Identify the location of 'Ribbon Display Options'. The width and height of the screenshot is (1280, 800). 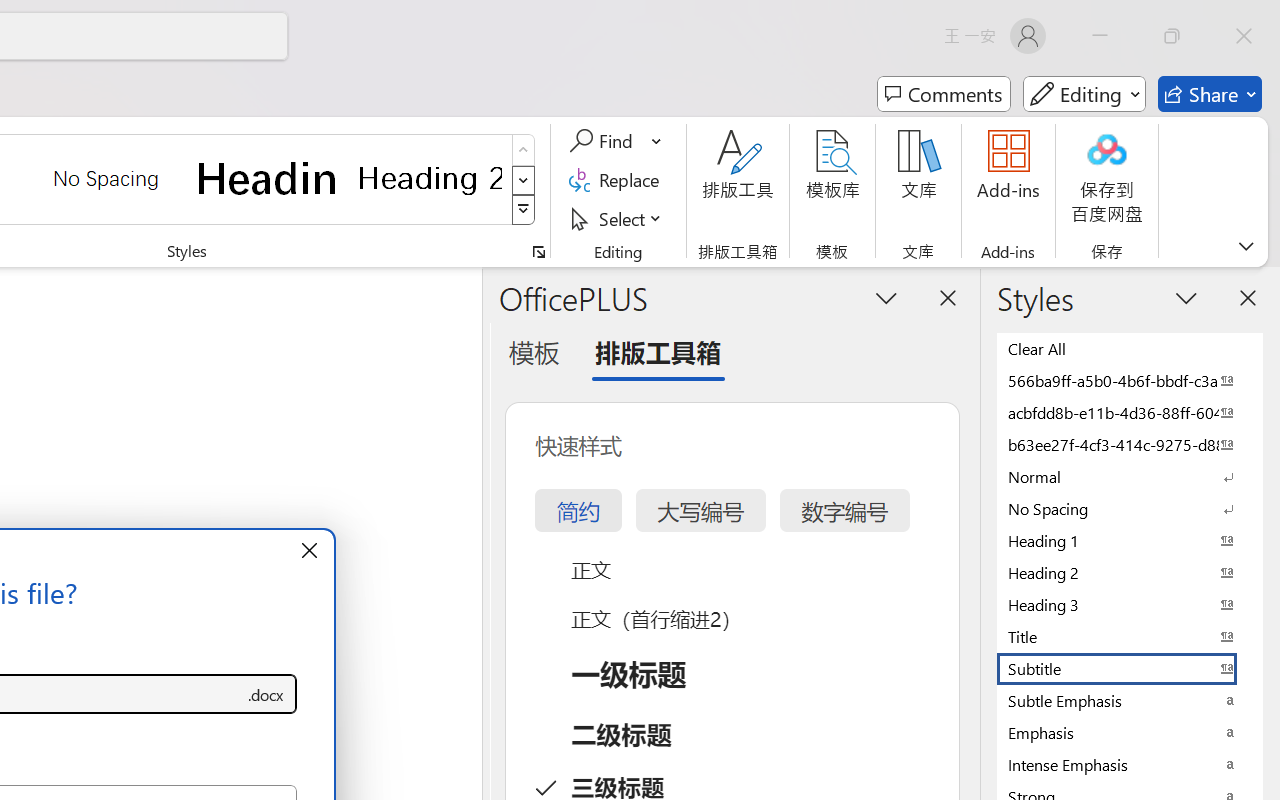
(1245, 245).